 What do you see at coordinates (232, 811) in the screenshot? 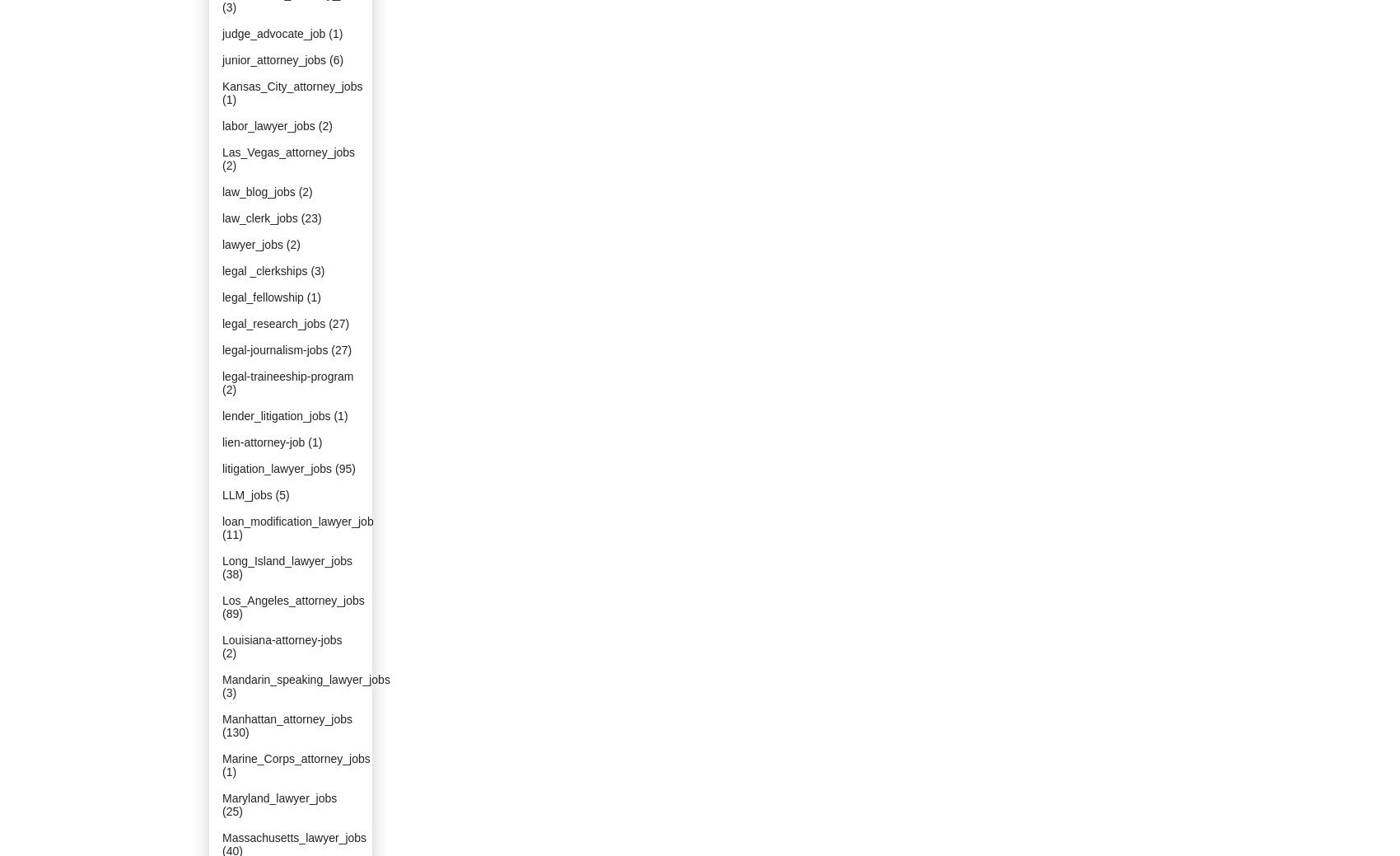
I see `'(25)'` at bounding box center [232, 811].